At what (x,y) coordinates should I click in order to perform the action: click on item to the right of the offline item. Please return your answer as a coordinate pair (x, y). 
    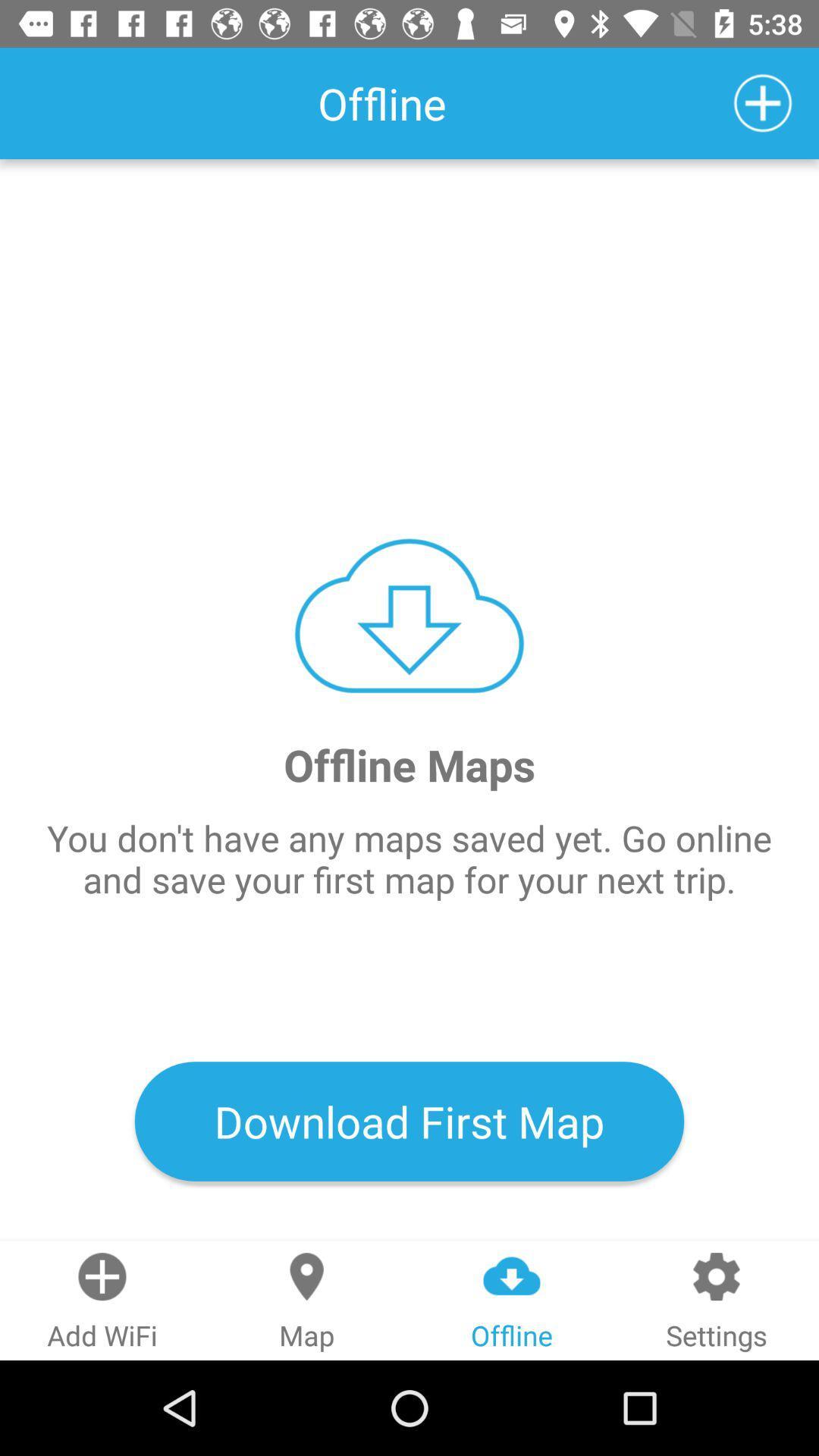
    Looking at the image, I should click on (763, 102).